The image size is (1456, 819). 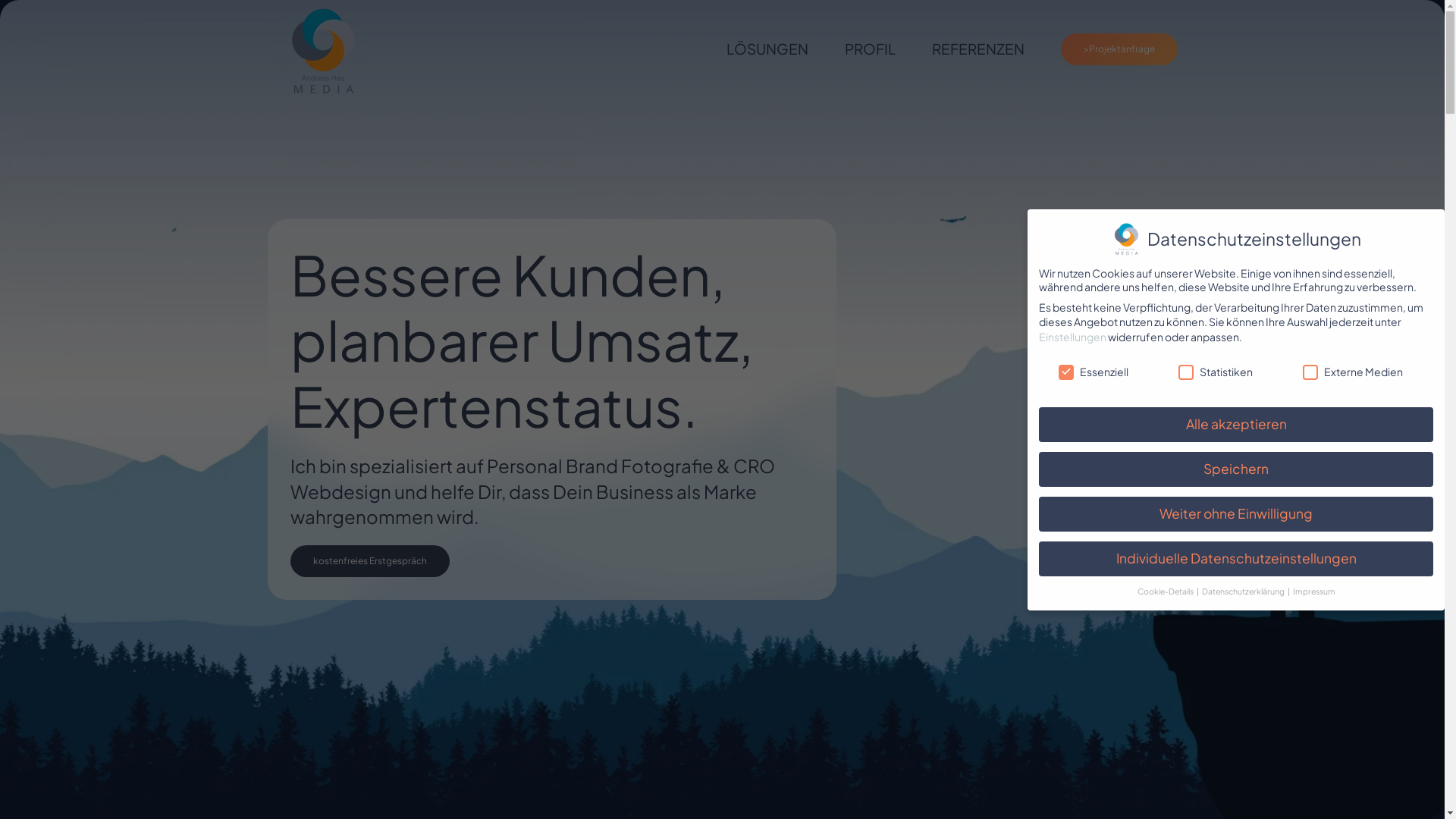 What do you see at coordinates (870, 48) in the screenshot?
I see `'PROFIL'` at bounding box center [870, 48].